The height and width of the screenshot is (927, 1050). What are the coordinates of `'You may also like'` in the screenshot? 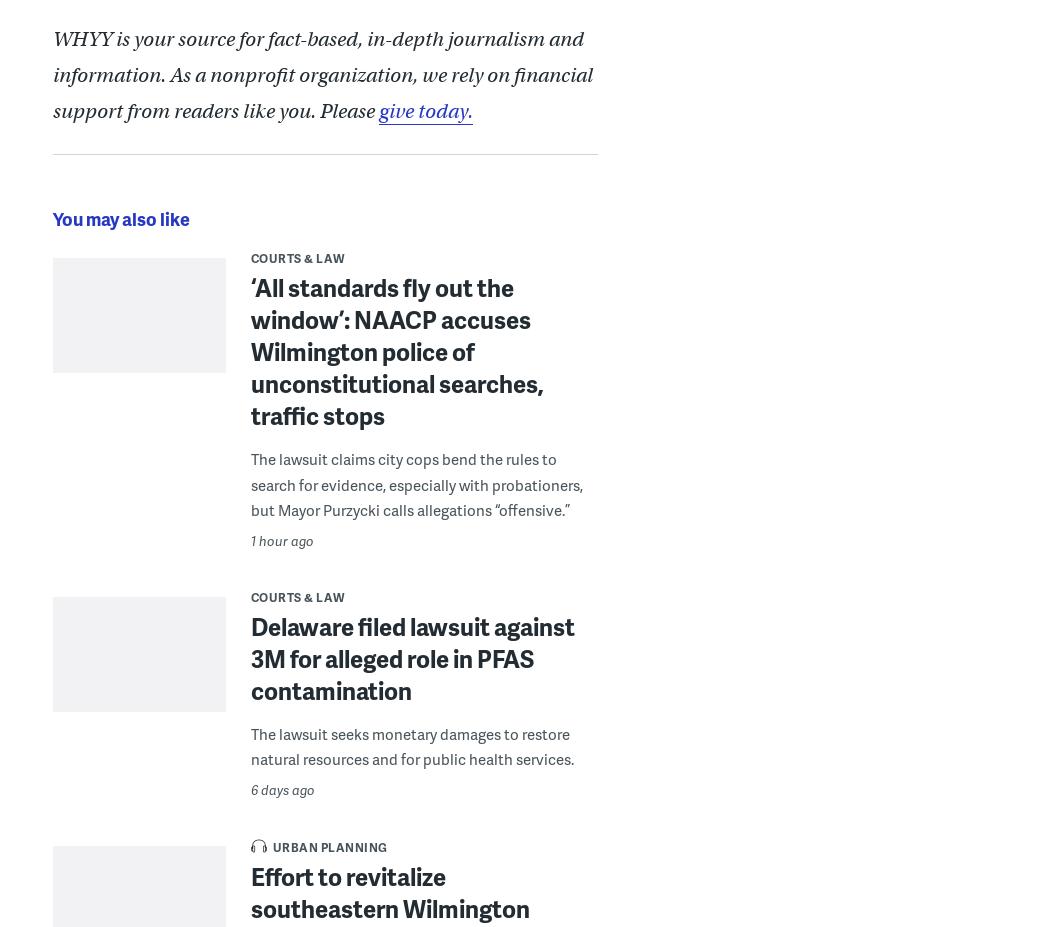 It's located at (119, 218).